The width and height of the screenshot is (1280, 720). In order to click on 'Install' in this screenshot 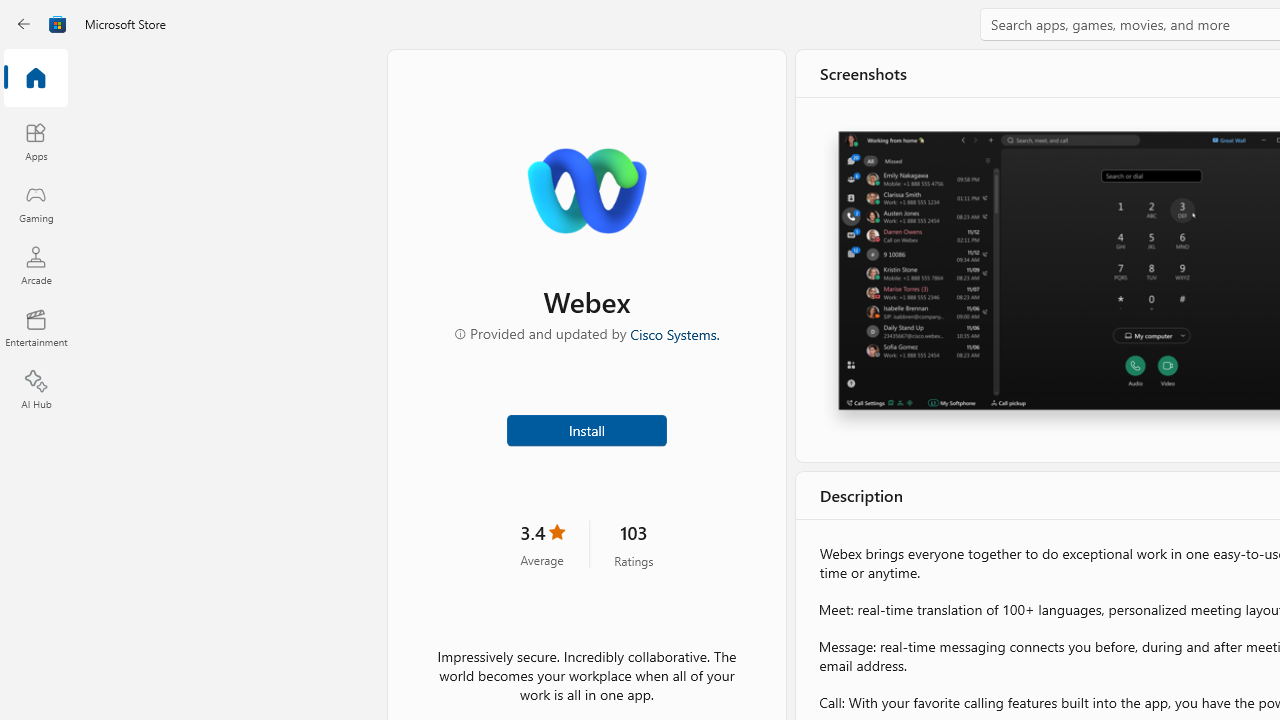, I will do `click(585, 428)`.